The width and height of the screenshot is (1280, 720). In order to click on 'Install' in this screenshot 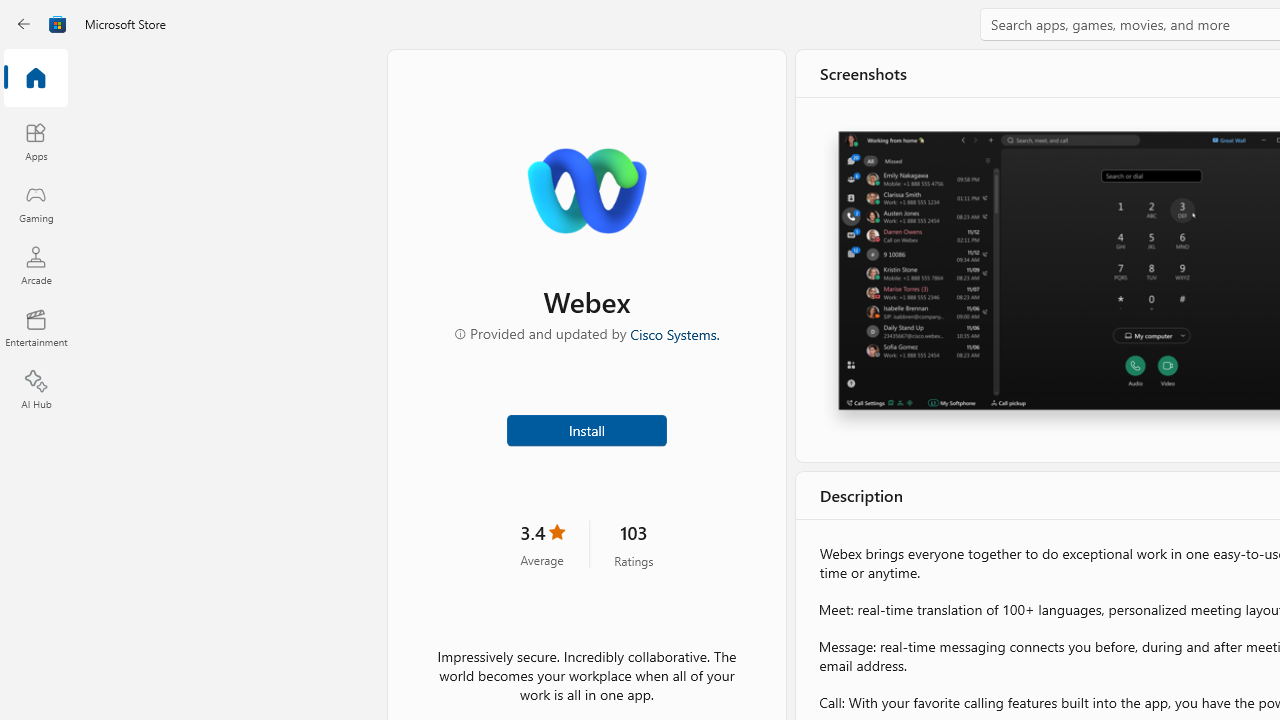, I will do `click(585, 428)`.